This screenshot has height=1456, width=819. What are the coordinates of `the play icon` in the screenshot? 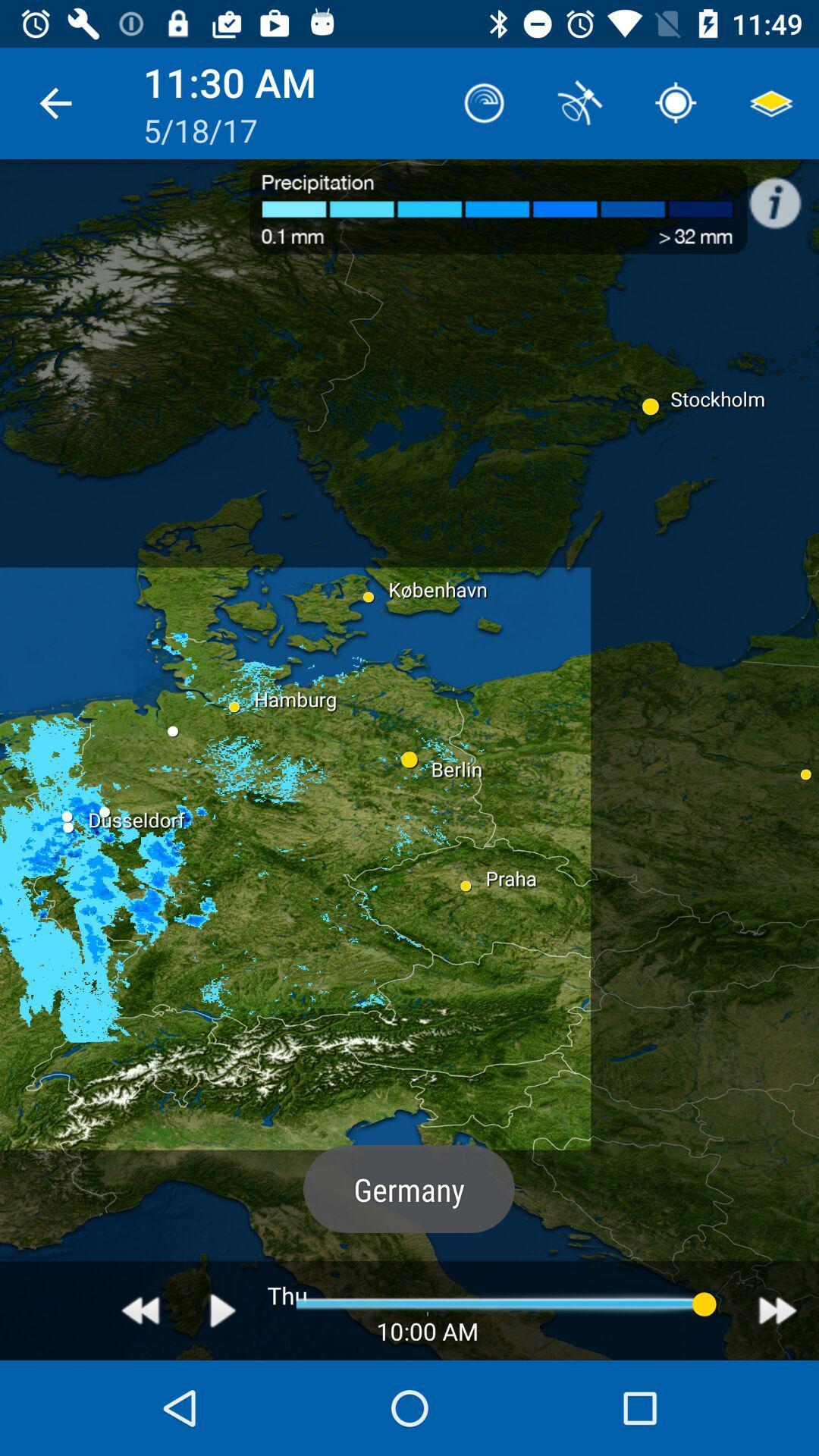 It's located at (223, 1310).